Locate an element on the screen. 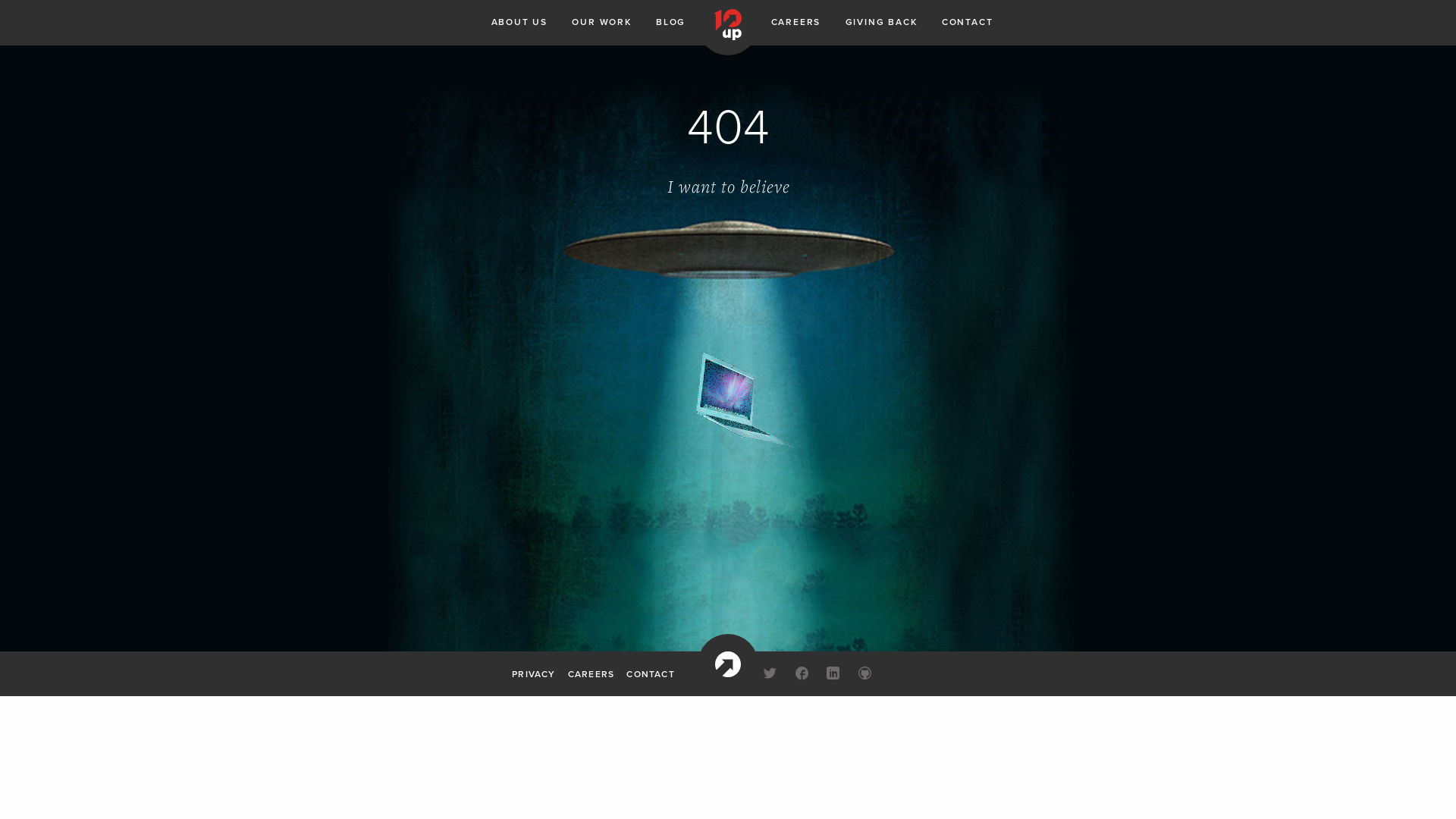 The height and width of the screenshot is (819, 1456). '10up' is located at coordinates (728, 663).